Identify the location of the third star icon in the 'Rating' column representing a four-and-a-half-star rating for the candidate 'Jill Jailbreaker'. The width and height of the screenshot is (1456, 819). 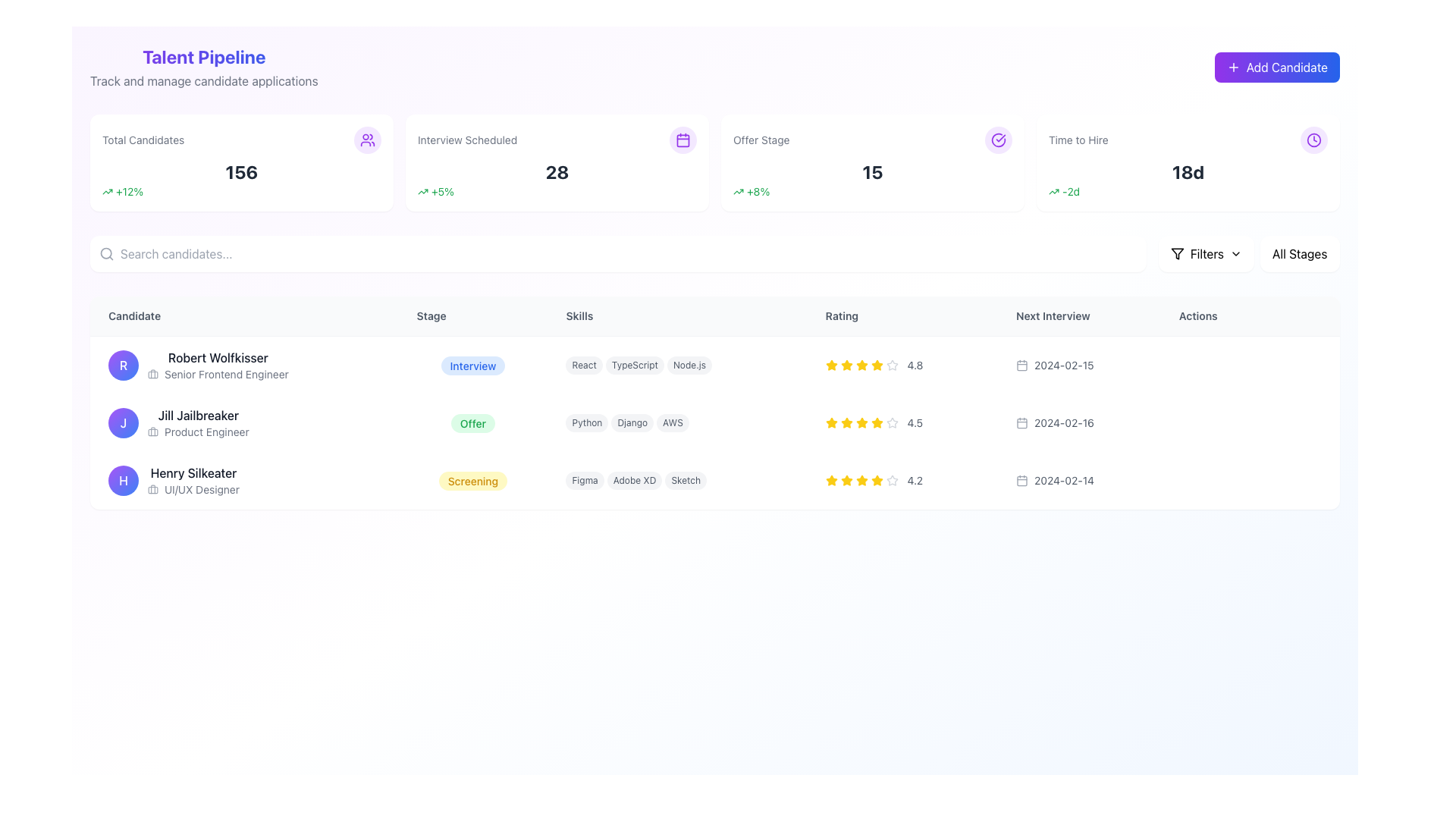
(846, 423).